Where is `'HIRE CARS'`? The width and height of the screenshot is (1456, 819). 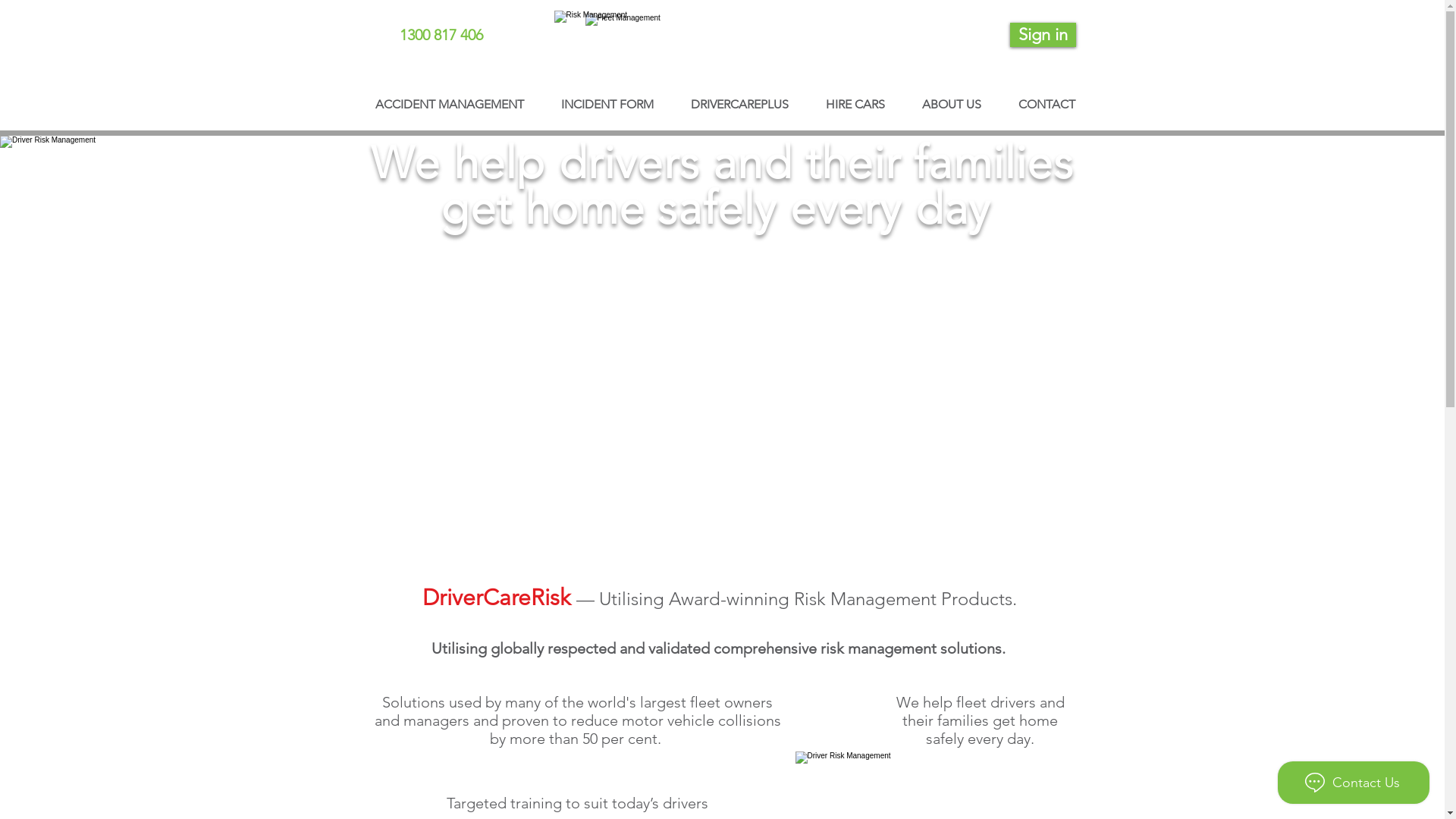 'HIRE CARS' is located at coordinates (806, 97).